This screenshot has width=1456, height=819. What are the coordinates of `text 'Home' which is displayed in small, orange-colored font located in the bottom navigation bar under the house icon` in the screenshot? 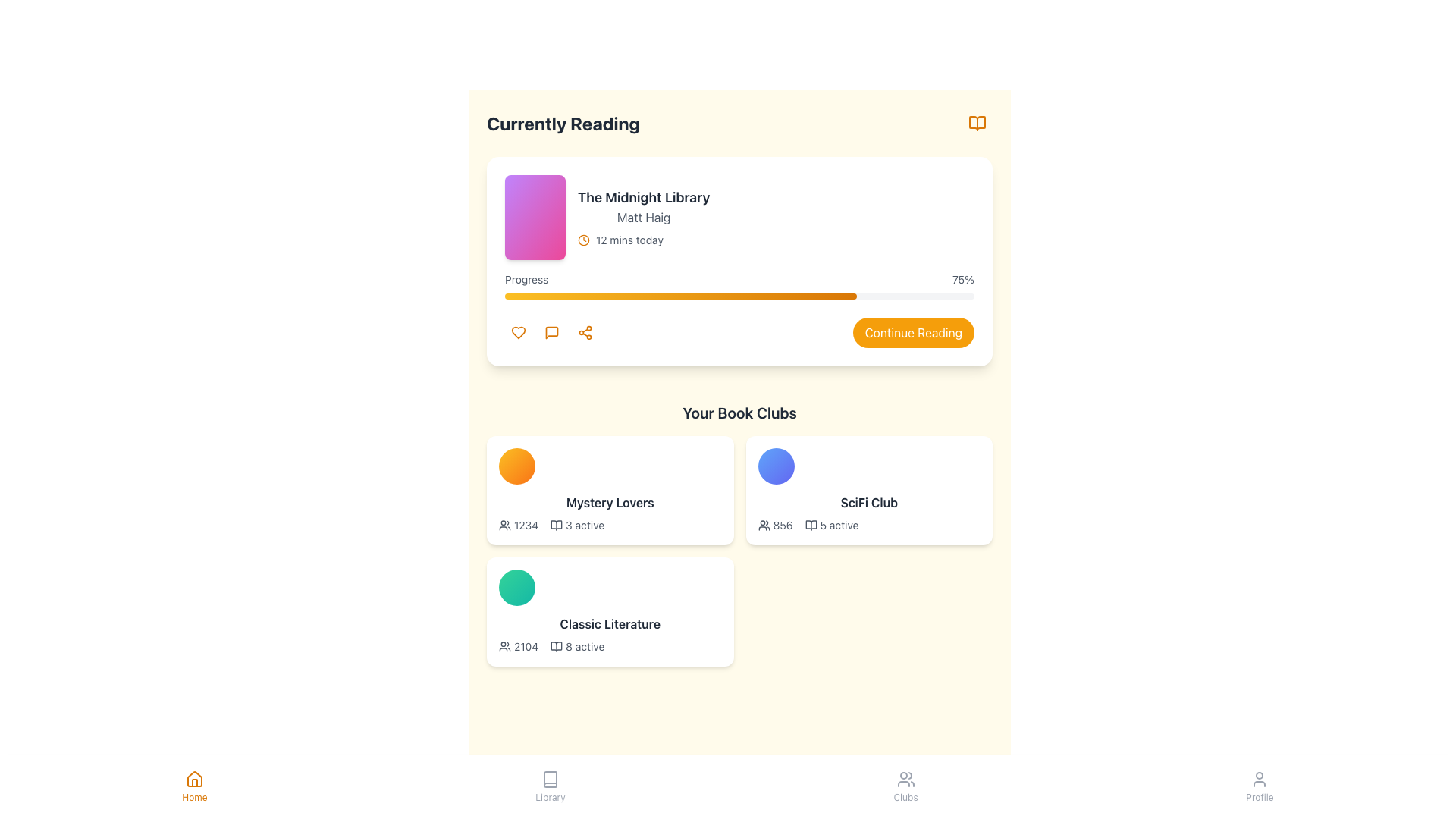 It's located at (193, 797).